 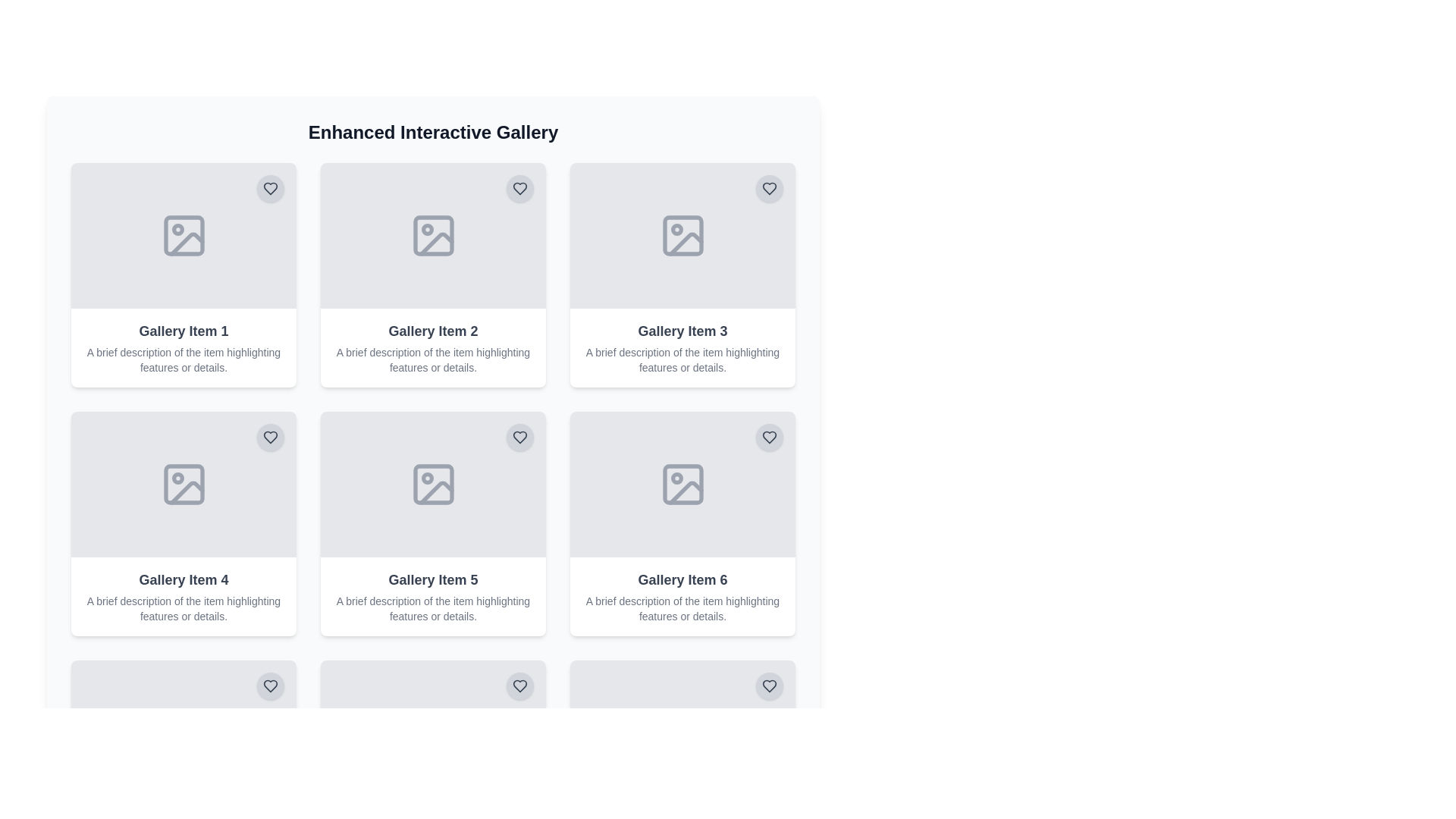 I want to click on the heart icon in the top-right corner of the sixth gallery item, so click(x=769, y=438).